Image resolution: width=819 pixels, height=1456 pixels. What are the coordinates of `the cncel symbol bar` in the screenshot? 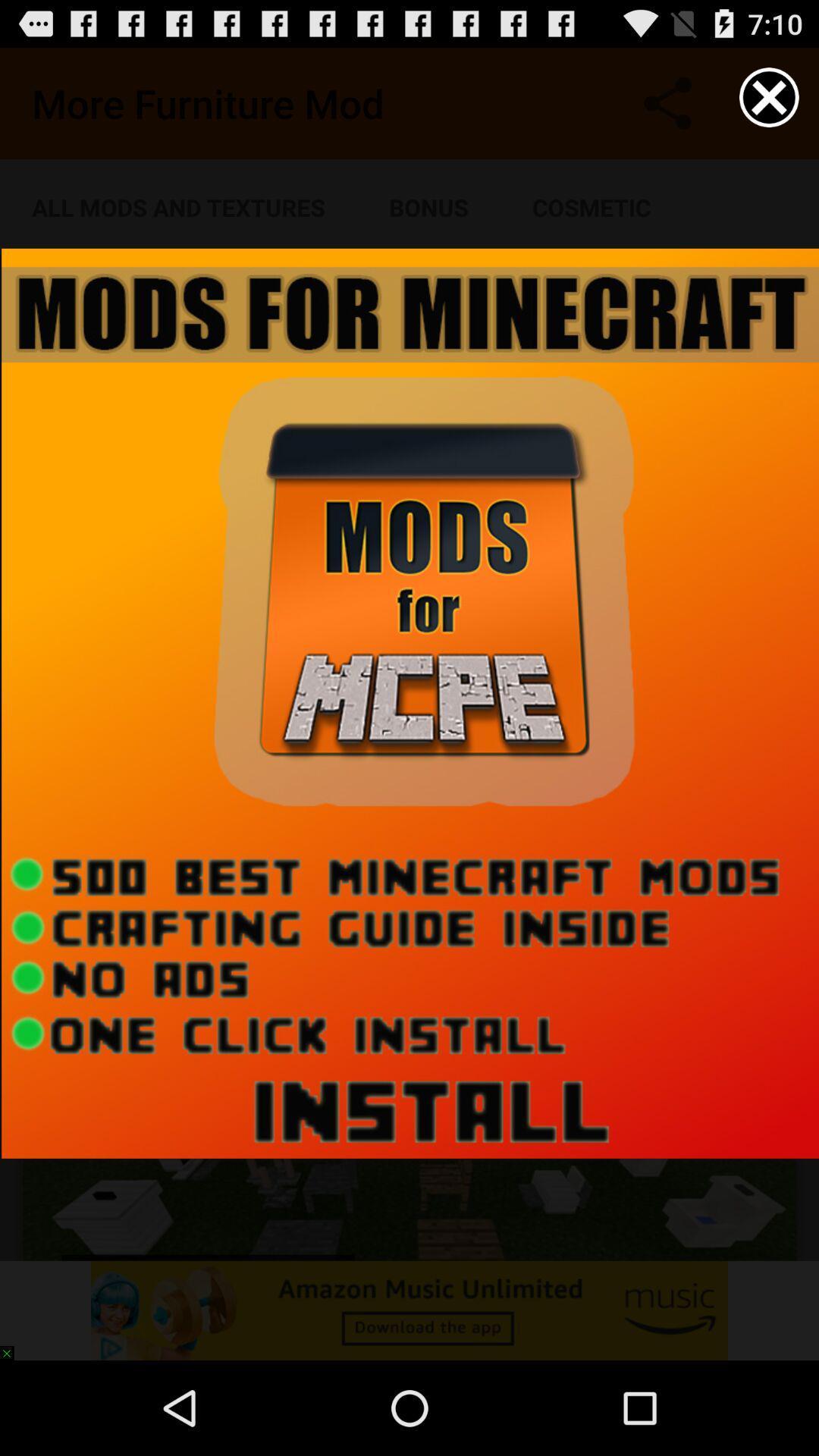 It's located at (769, 96).